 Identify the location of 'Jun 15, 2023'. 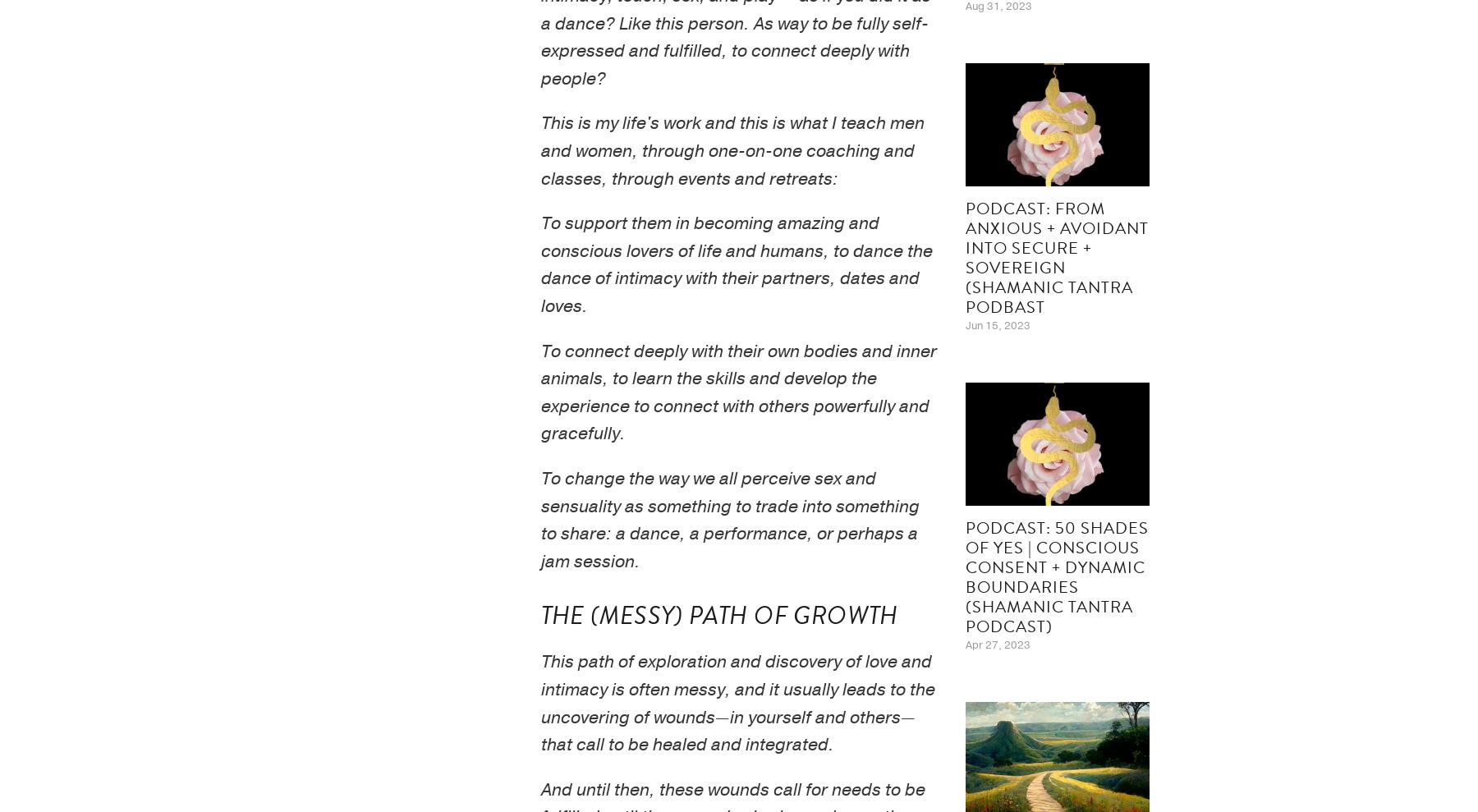
(996, 324).